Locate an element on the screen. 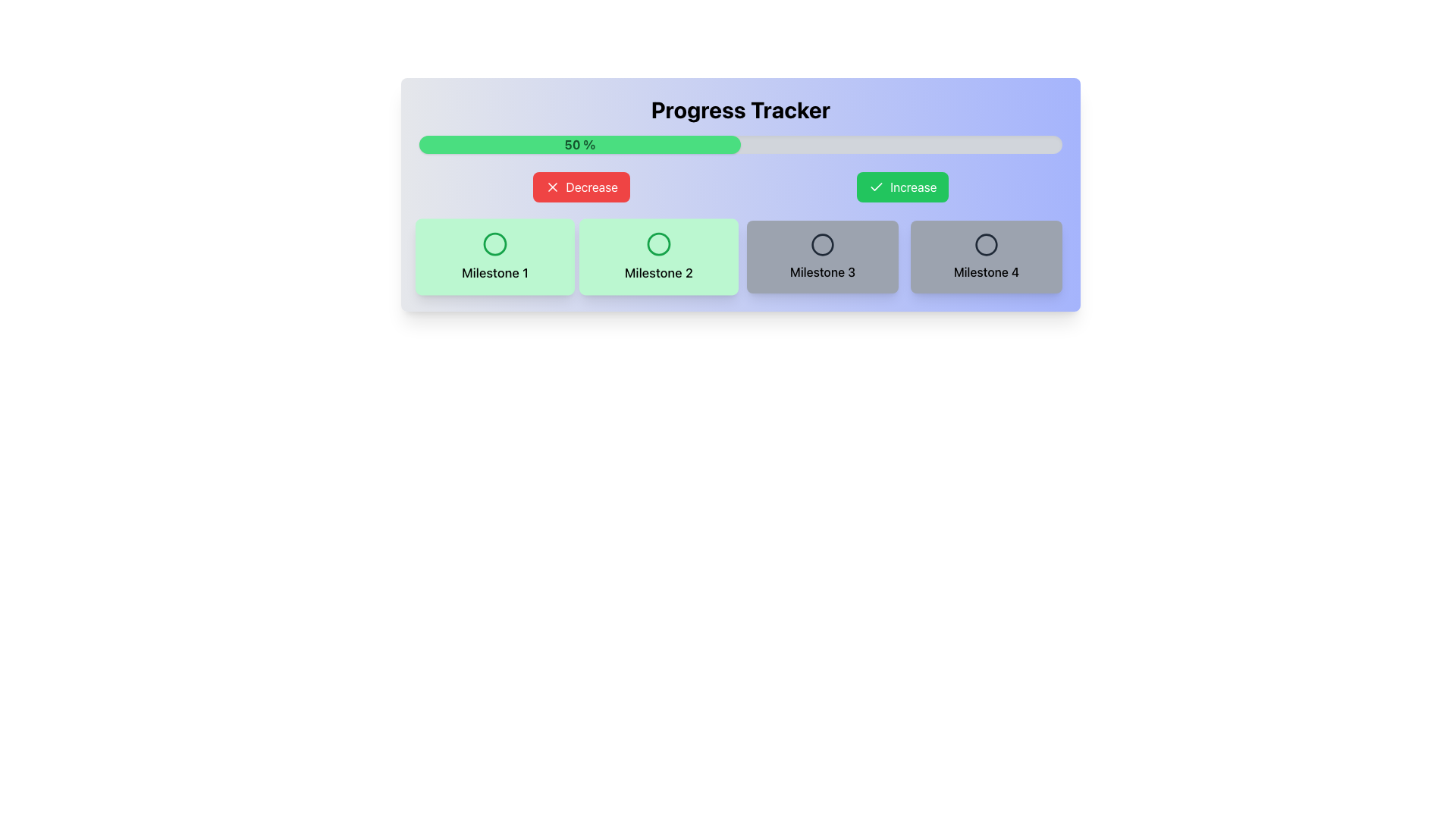 This screenshot has height=819, width=1456. the state of the circular progress indicator in the Milestone 2 card, which is the second milestone from the left in the bottom row is located at coordinates (658, 243).